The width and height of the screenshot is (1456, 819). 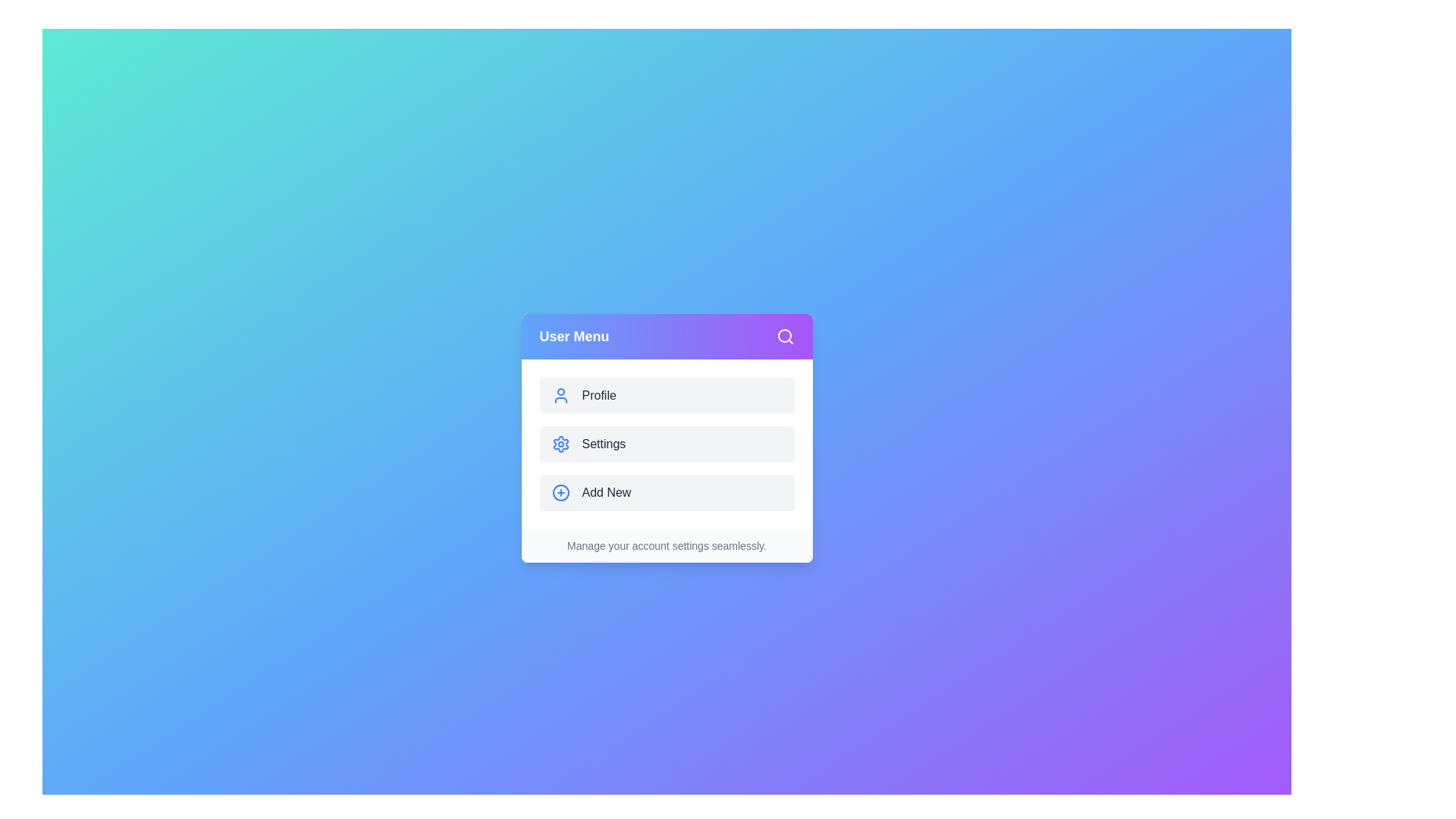 What do you see at coordinates (667, 493) in the screenshot?
I see `the 'Add New' button to navigate to the Add New section` at bounding box center [667, 493].